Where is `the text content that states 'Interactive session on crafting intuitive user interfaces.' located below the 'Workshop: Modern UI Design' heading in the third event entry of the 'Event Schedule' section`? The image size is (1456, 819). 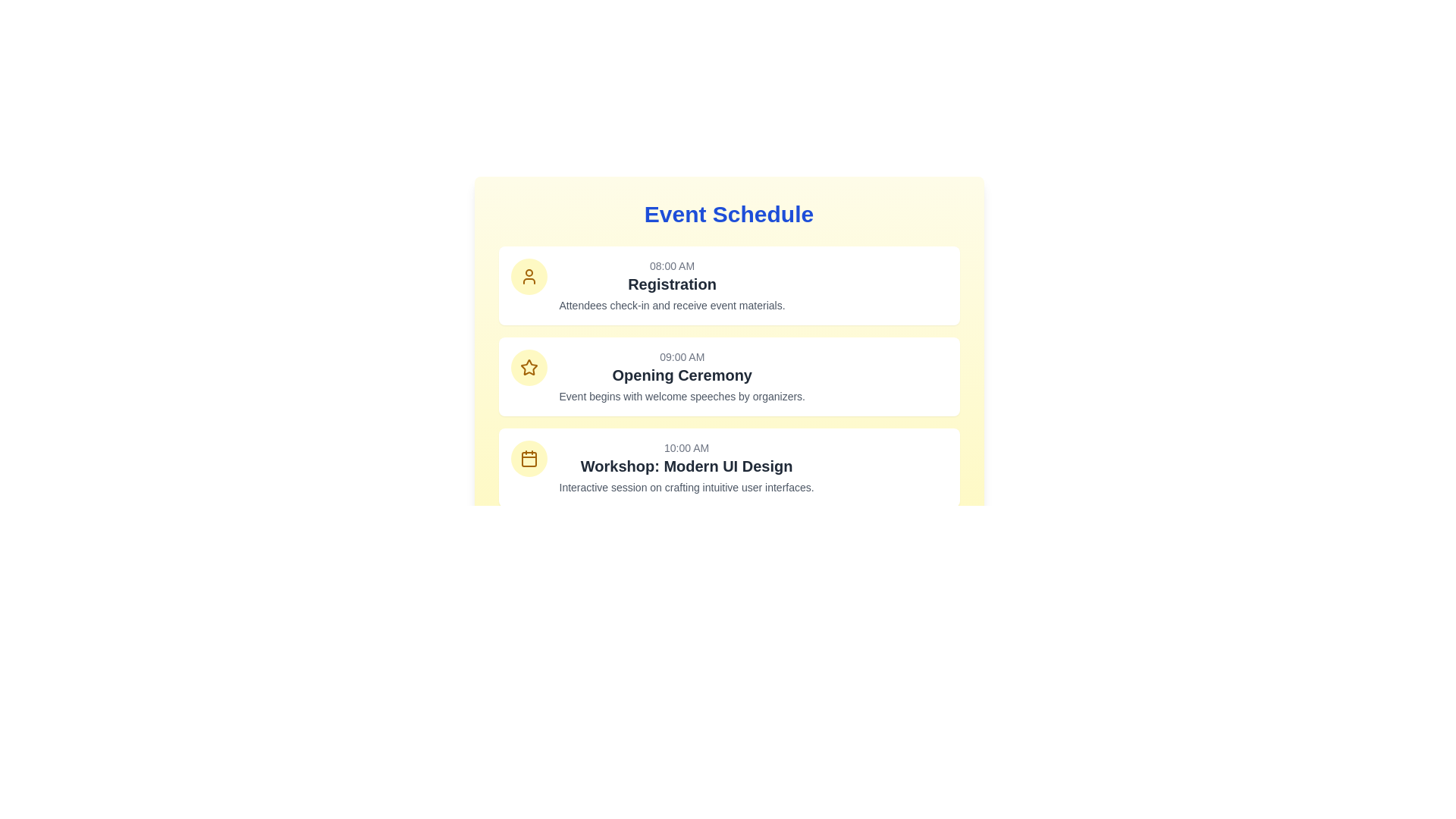
the text content that states 'Interactive session on crafting intuitive user interfaces.' located below the 'Workshop: Modern UI Design' heading in the third event entry of the 'Event Schedule' section is located at coordinates (686, 488).